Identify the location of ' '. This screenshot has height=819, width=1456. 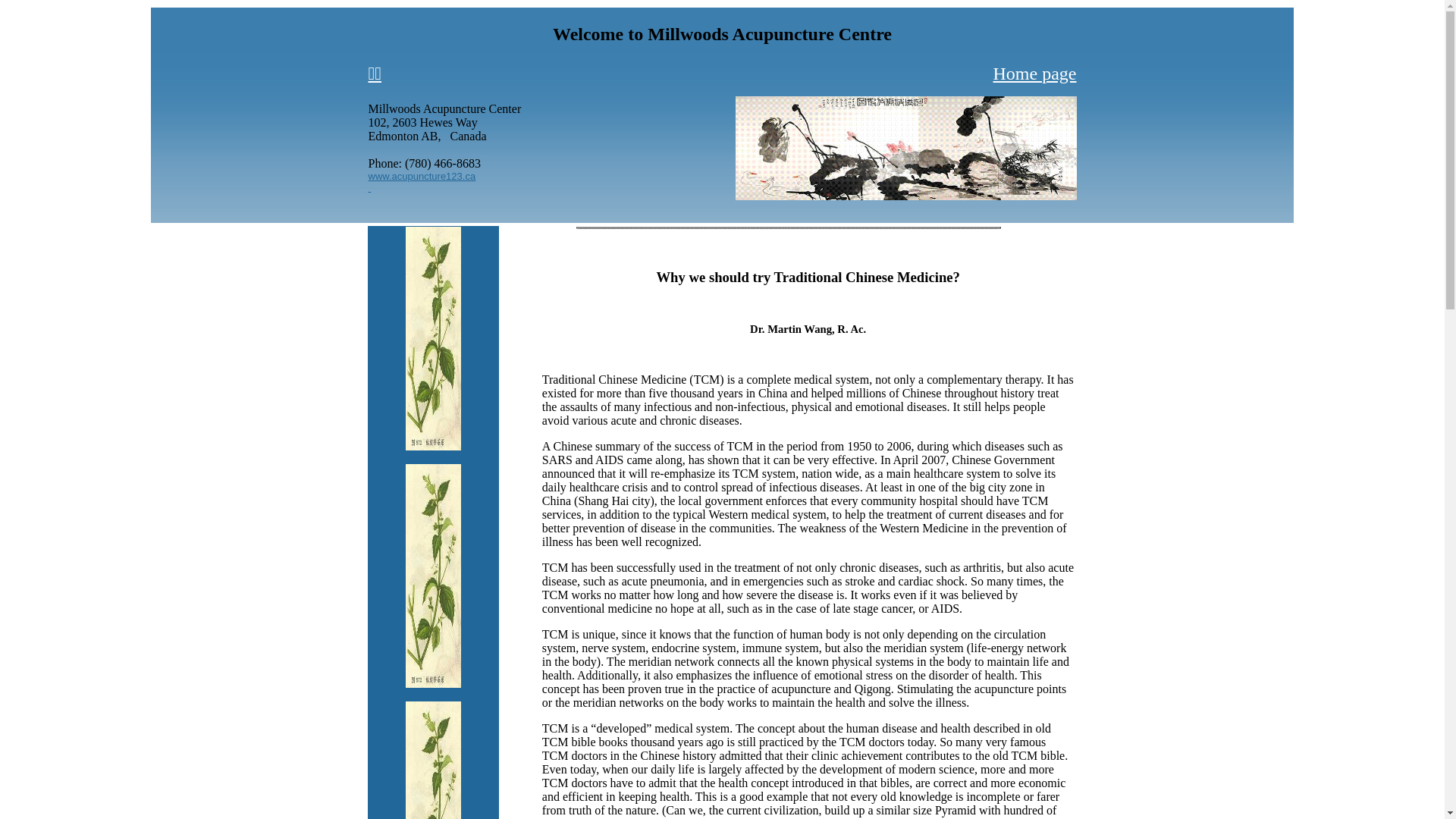
(370, 186).